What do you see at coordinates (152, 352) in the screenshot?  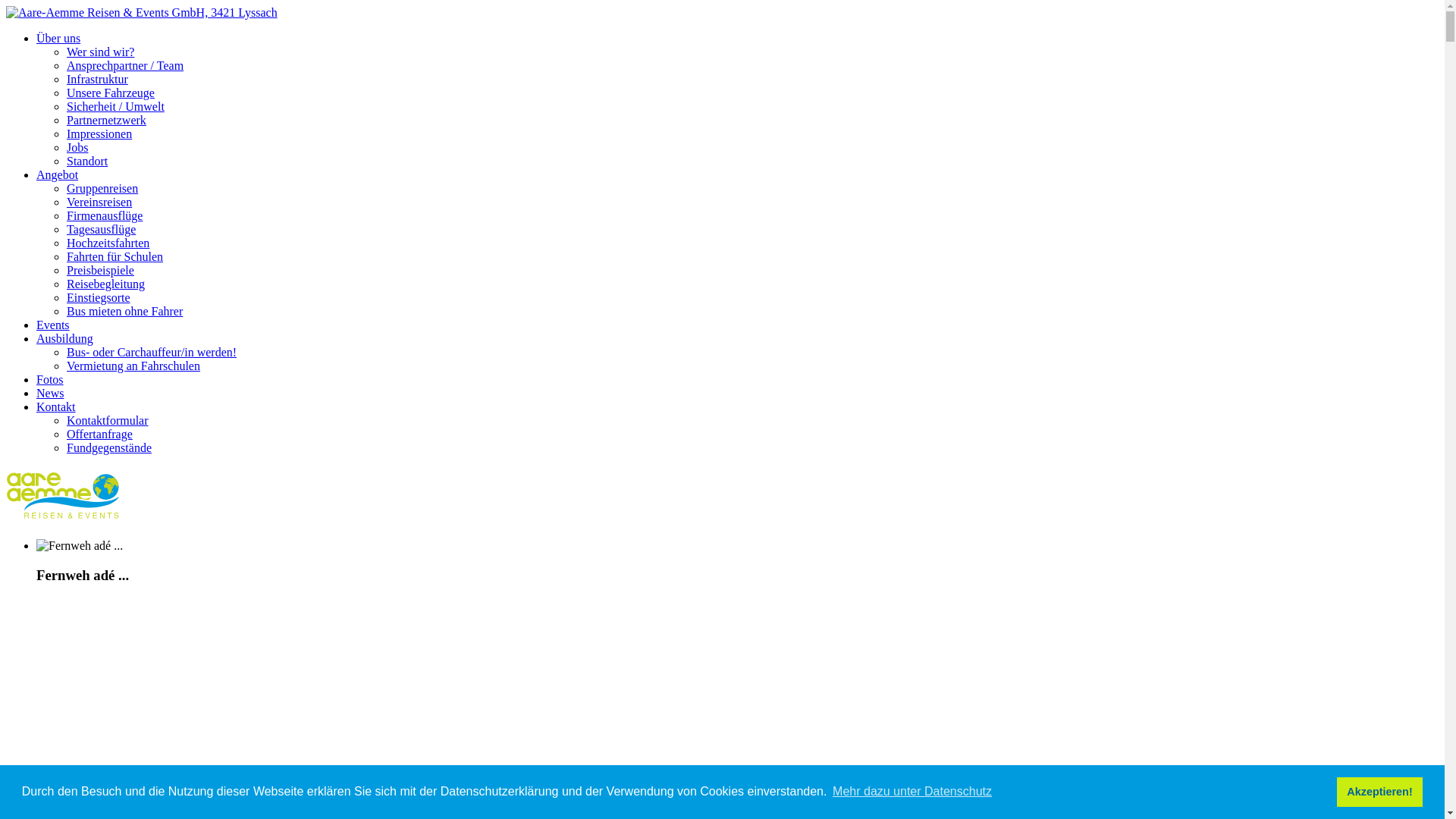 I see `'Bus- oder Carchauffeur/in werden!'` at bounding box center [152, 352].